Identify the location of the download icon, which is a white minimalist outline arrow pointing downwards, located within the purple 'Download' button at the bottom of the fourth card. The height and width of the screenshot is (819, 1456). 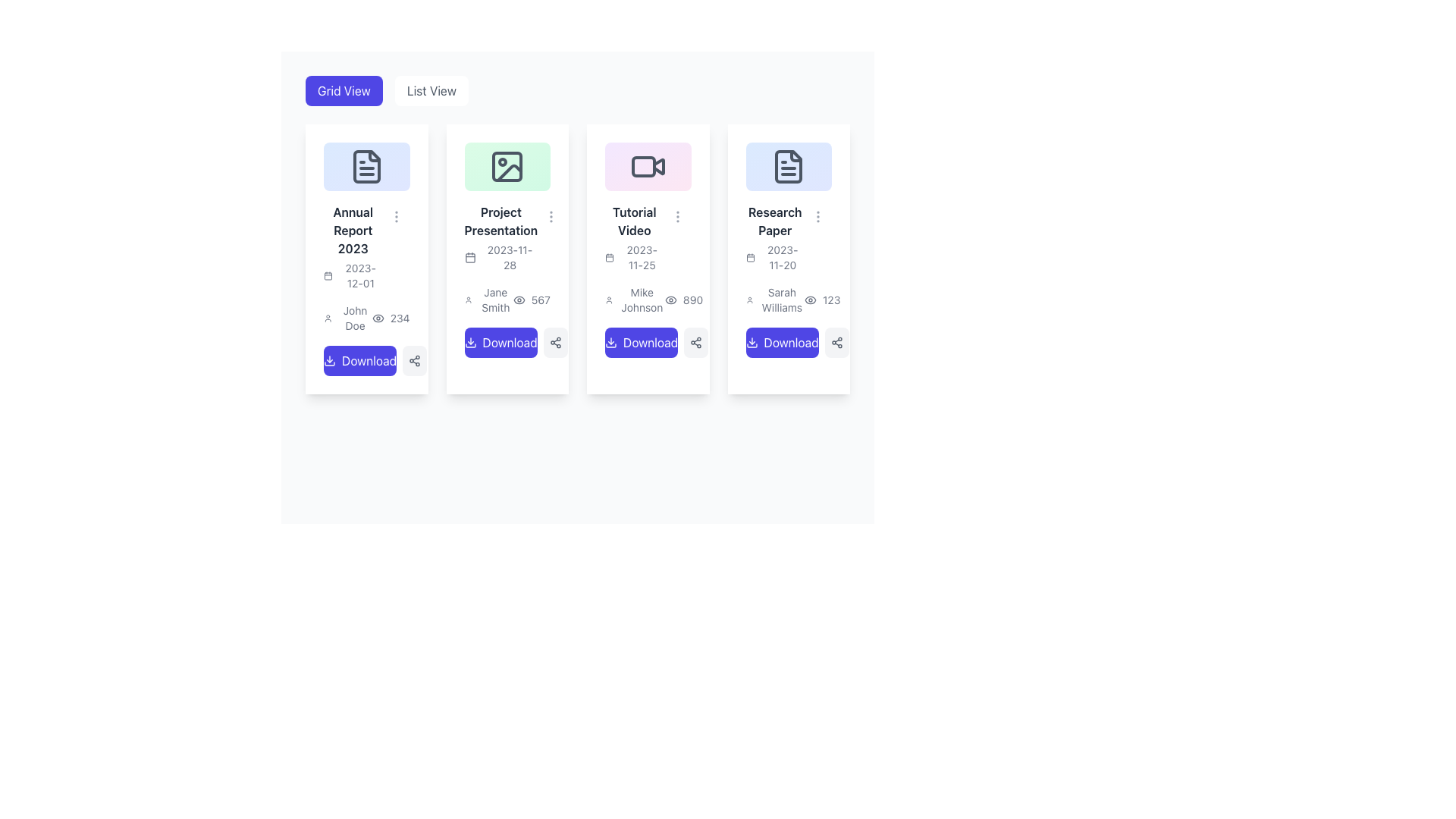
(752, 342).